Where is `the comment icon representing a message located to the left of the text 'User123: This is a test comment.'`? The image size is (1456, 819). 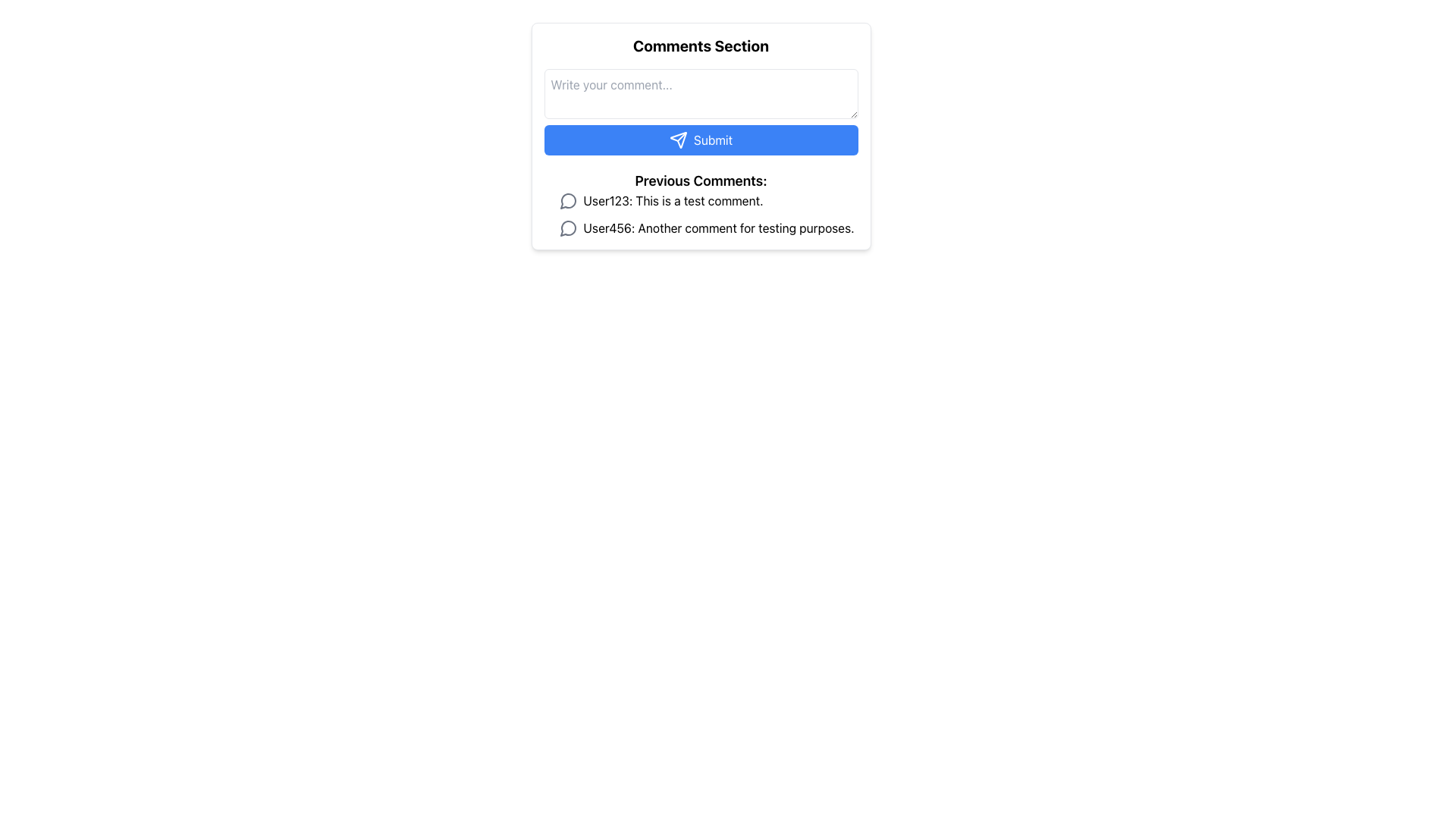
the comment icon representing a message located to the left of the text 'User123: This is a test comment.' is located at coordinates (567, 200).